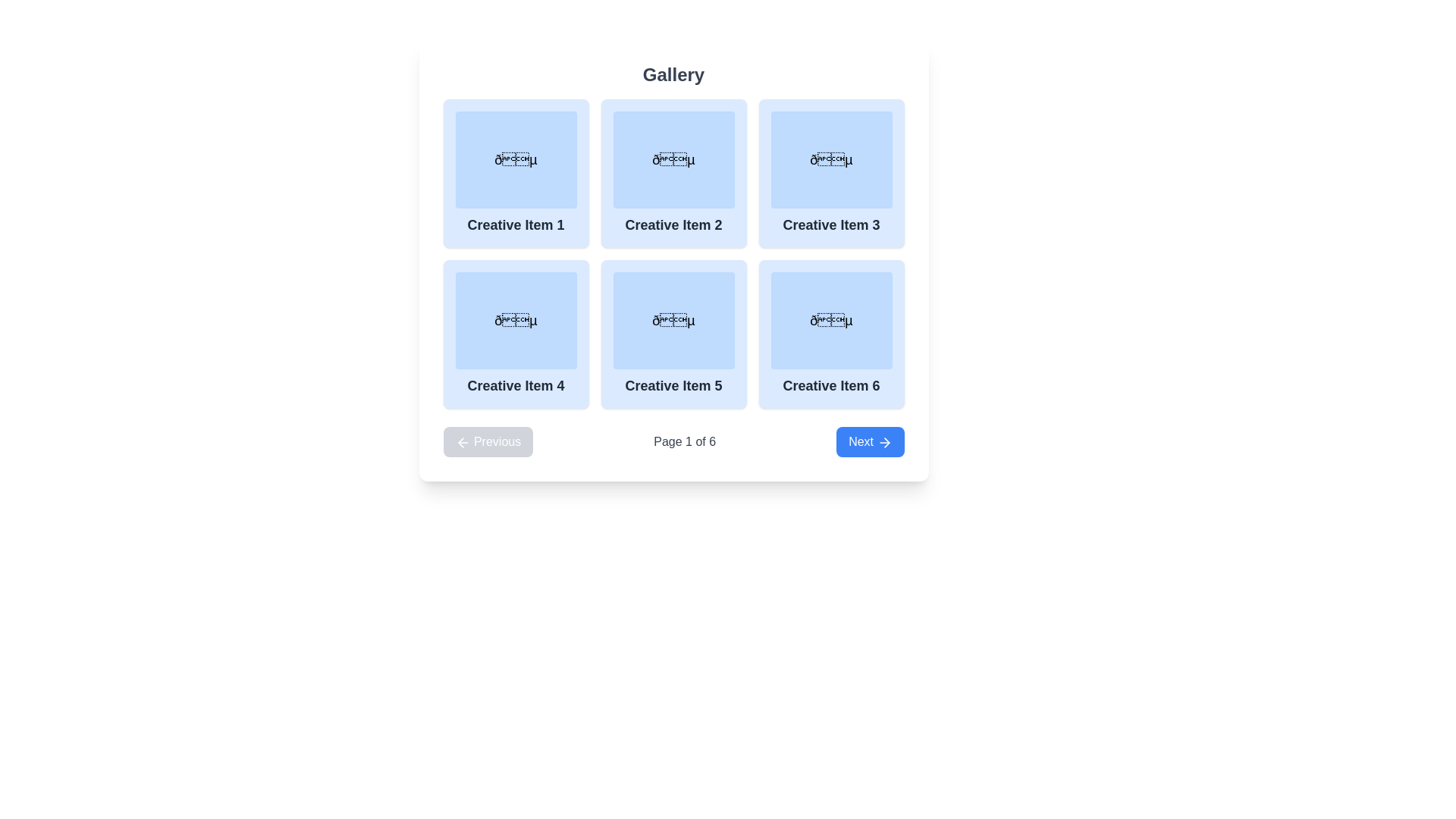  What do you see at coordinates (673, 333) in the screenshot?
I see `the interactive card located in the bottom row, second column of a 3x2 grid structure` at bounding box center [673, 333].